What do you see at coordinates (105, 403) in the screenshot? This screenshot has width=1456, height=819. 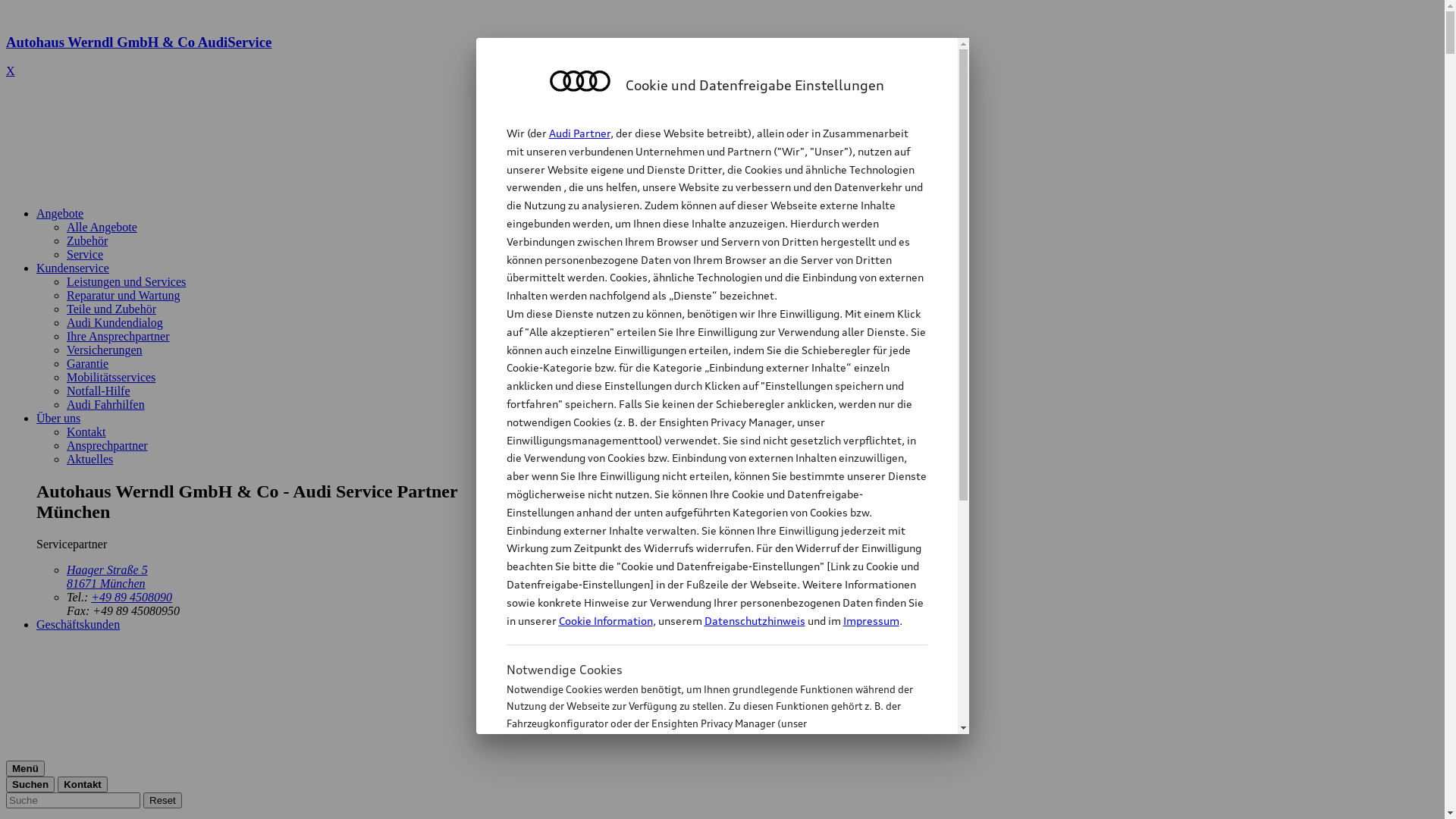 I see `'Audi Fahrhilfen'` at bounding box center [105, 403].